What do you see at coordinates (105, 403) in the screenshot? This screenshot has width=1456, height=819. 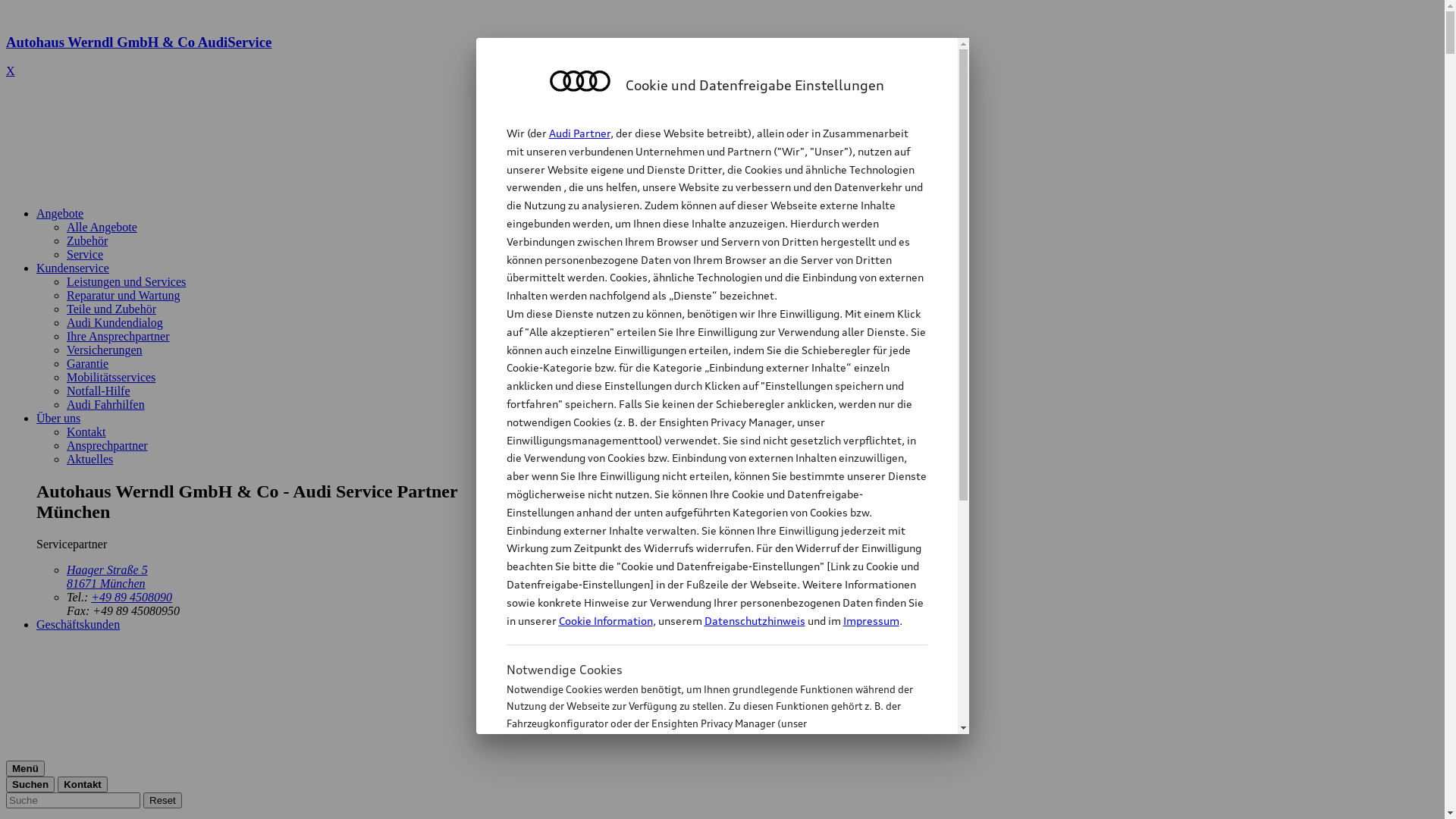 I see `'Audi Fahrhilfen'` at bounding box center [105, 403].